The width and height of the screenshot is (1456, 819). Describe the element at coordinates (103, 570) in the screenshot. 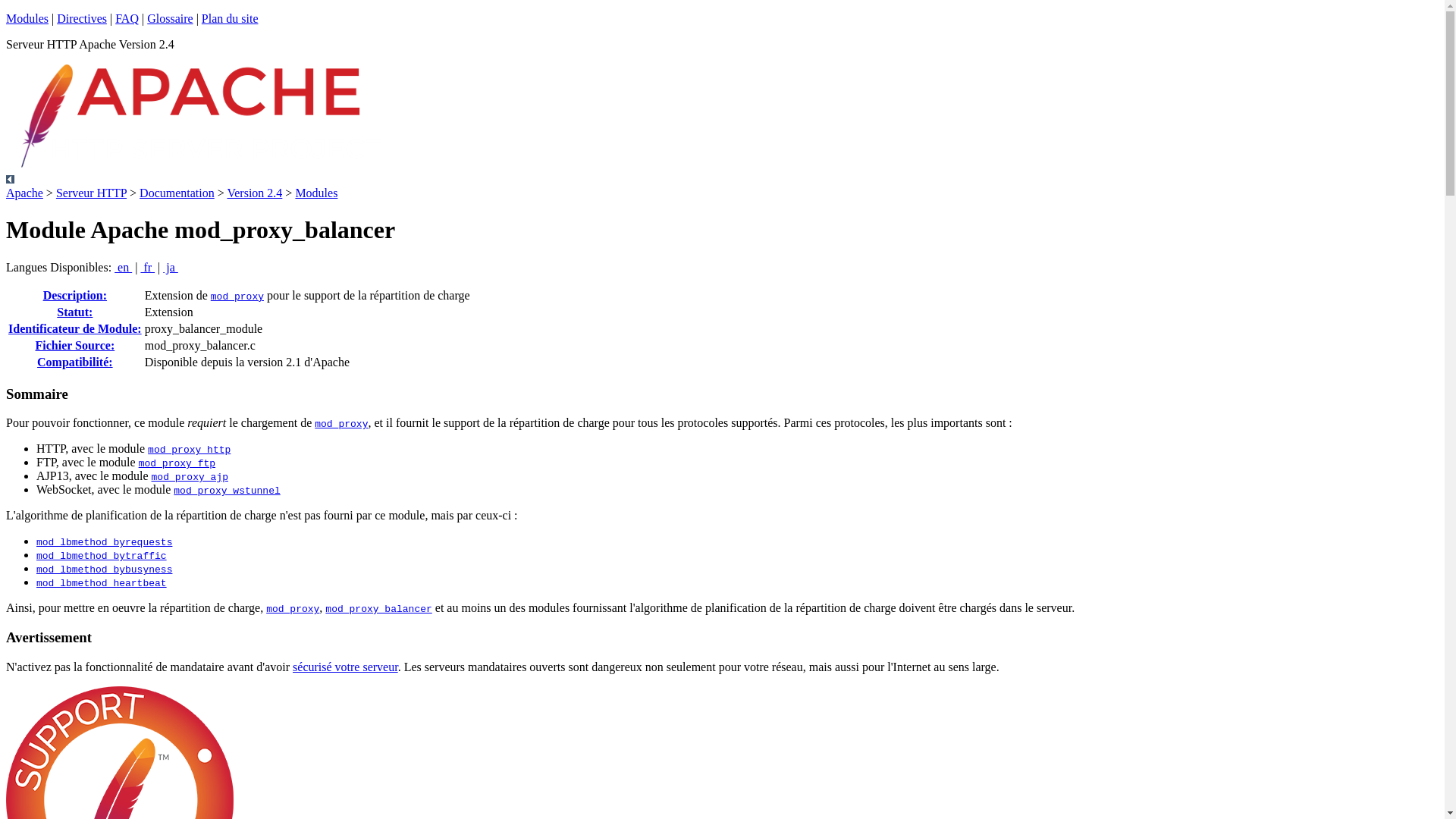

I see `'mod_lbmethod_bybusyness'` at that location.